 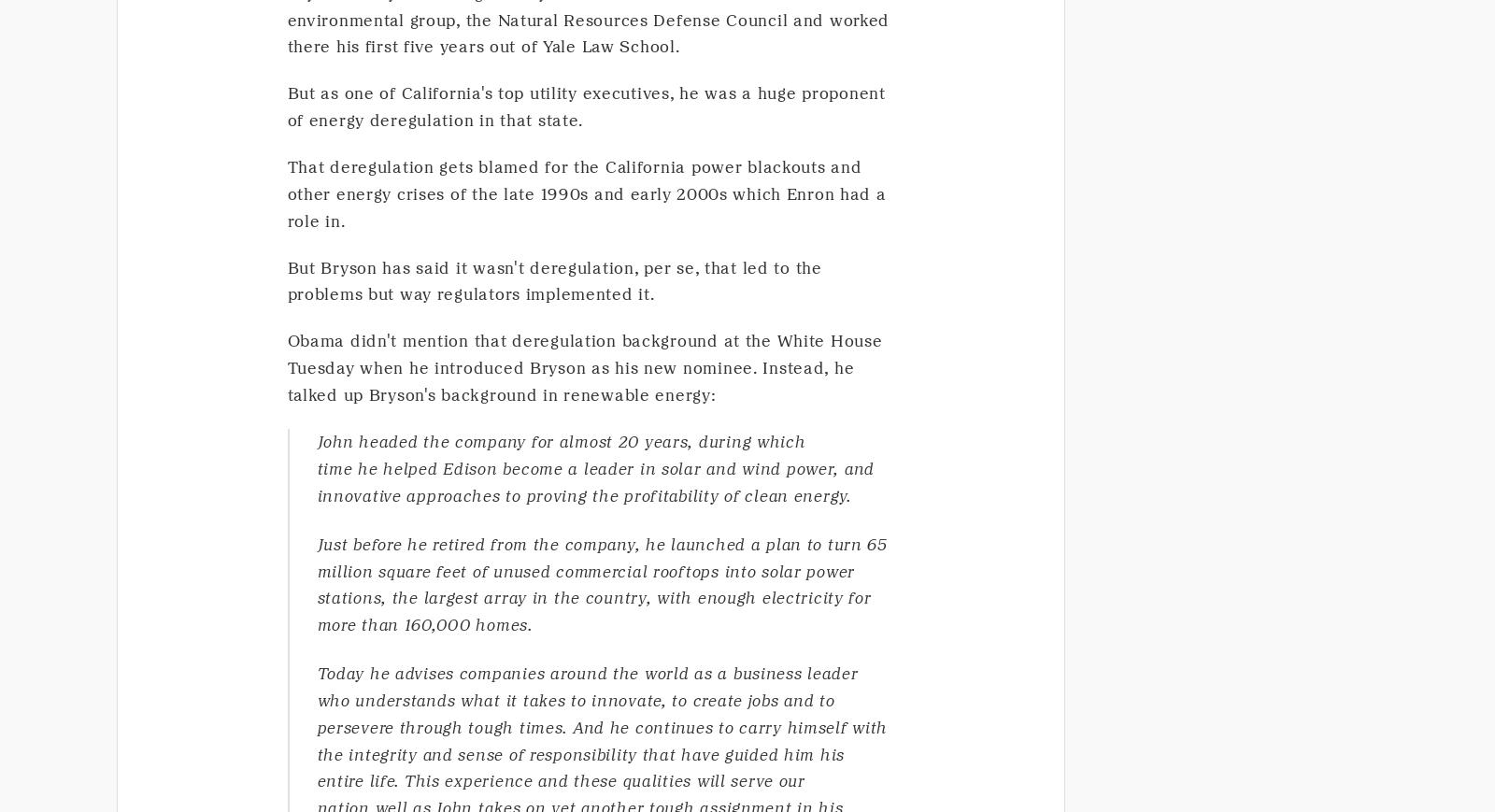 I want to click on 'But Bryson has said it wasn't deregulation, per se, that led to the problems but way regulators implemented it.', so click(x=287, y=279).